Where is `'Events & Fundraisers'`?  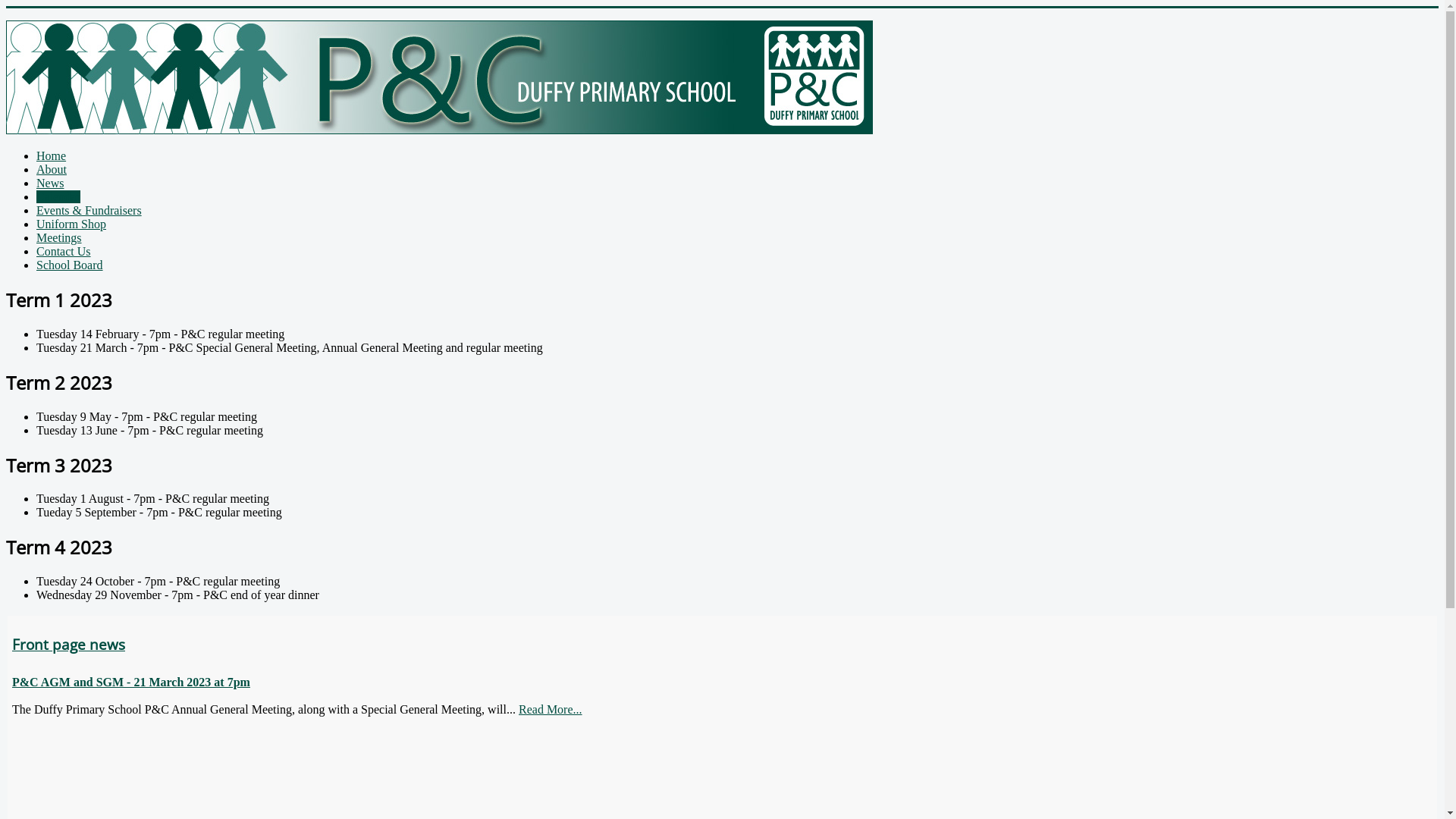
'Events & Fundraisers' is located at coordinates (88, 210).